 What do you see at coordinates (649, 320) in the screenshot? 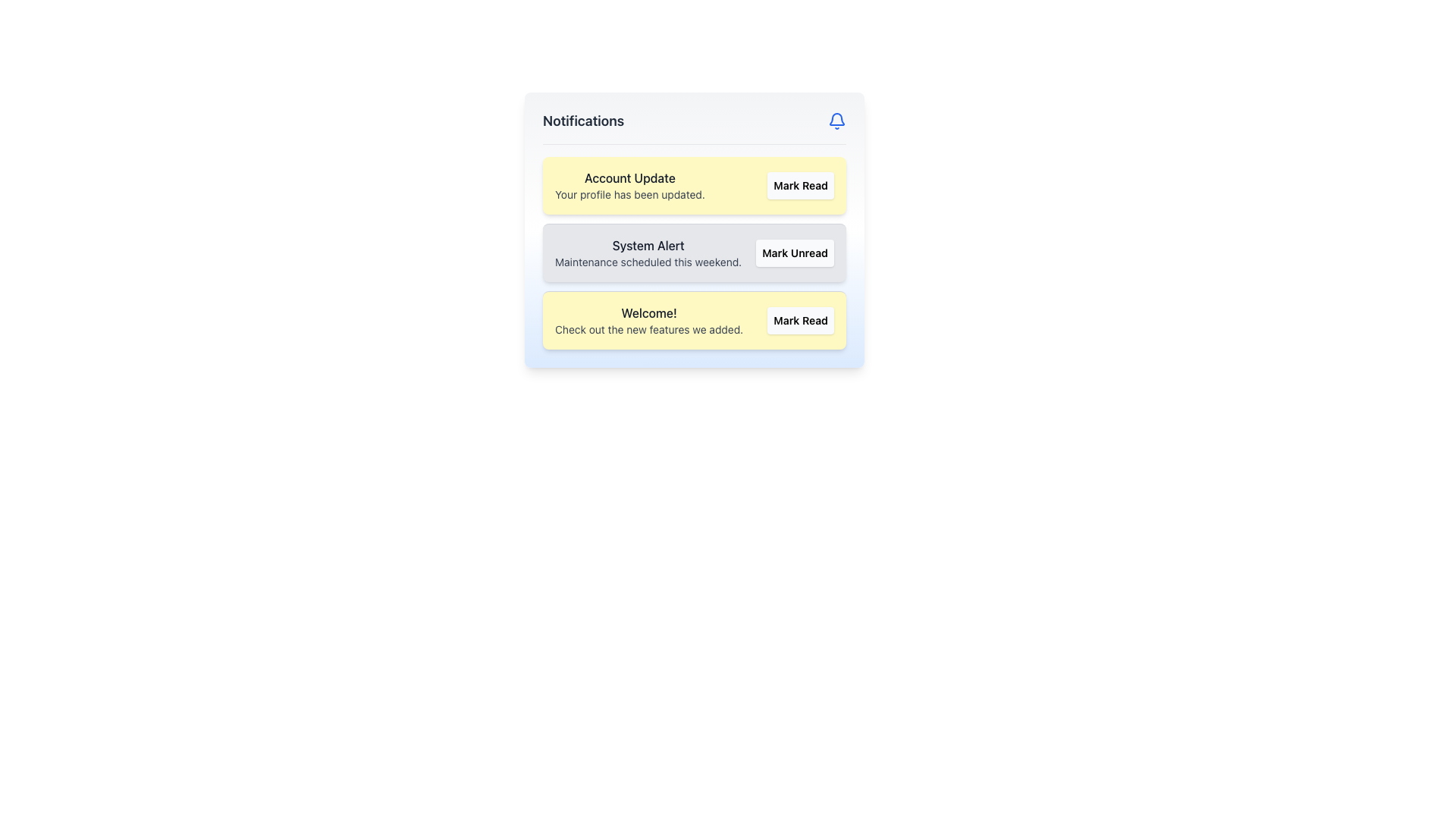
I see `the 'Welcome!' text display element, which is part of the third notification block and features bold text on a yellow background` at bounding box center [649, 320].